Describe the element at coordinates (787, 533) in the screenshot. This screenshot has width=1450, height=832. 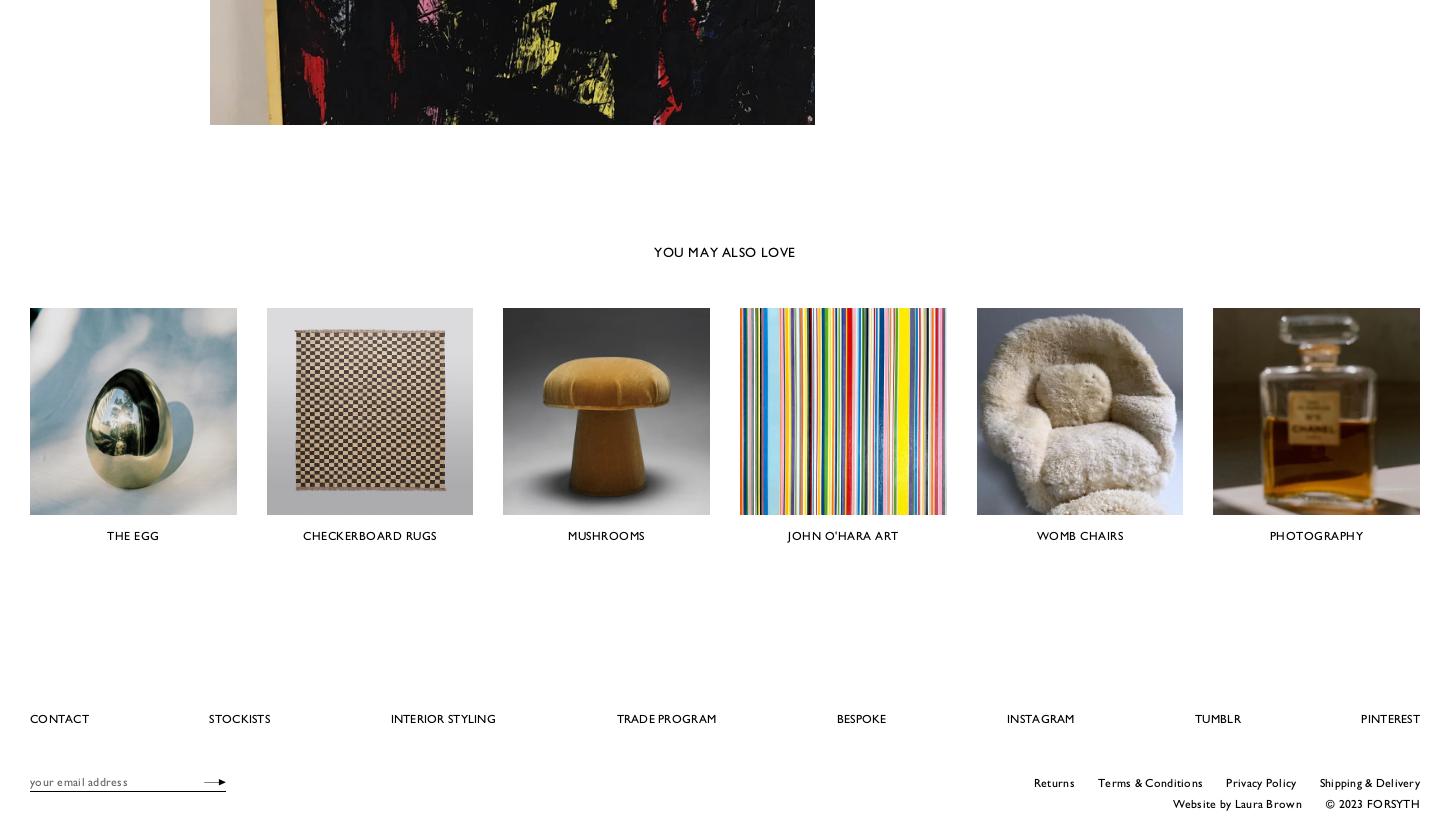
I see `'John O'Hara Art'` at that location.